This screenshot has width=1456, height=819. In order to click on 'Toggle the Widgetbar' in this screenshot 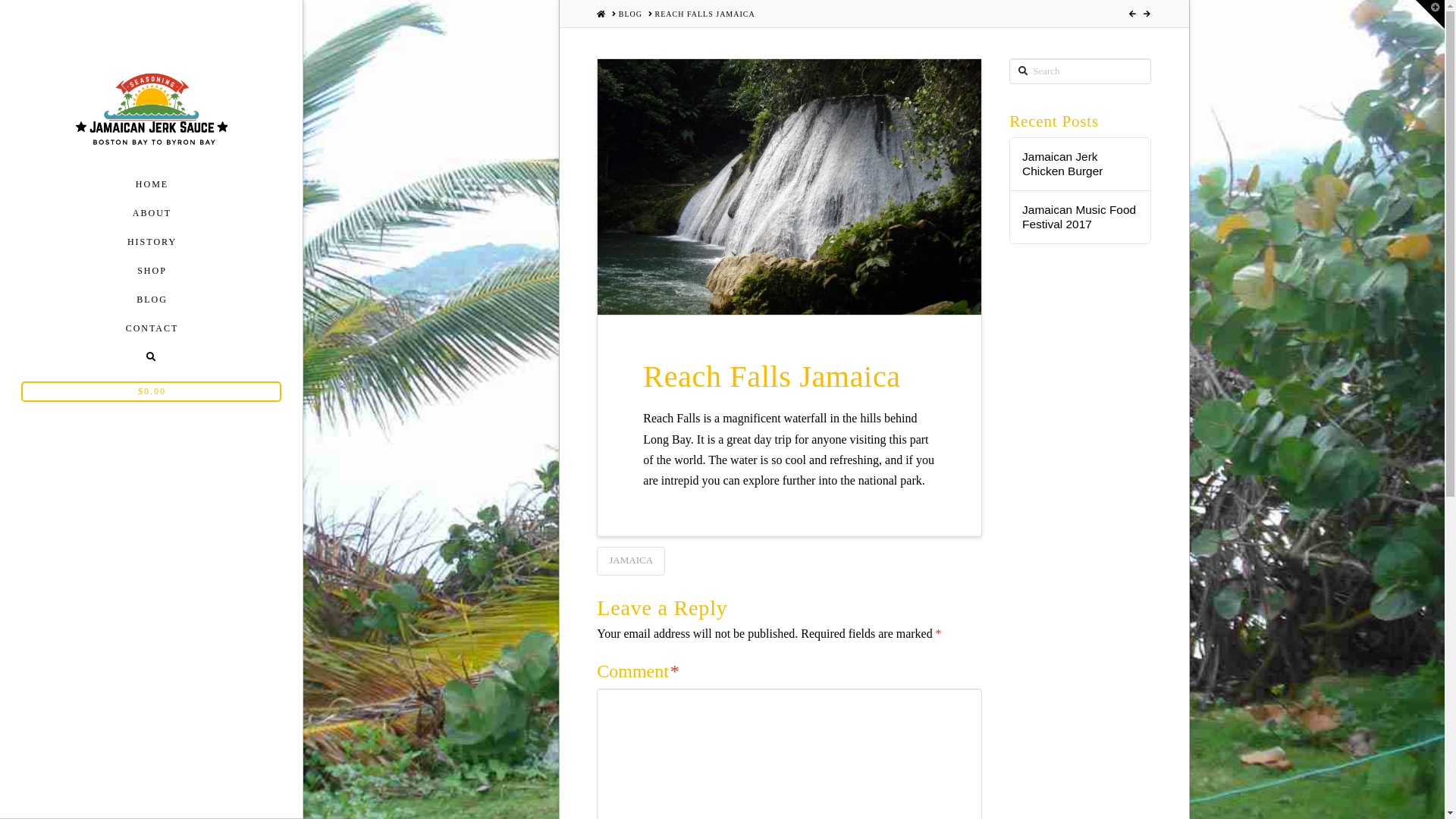, I will do `click(1429, 14)`.